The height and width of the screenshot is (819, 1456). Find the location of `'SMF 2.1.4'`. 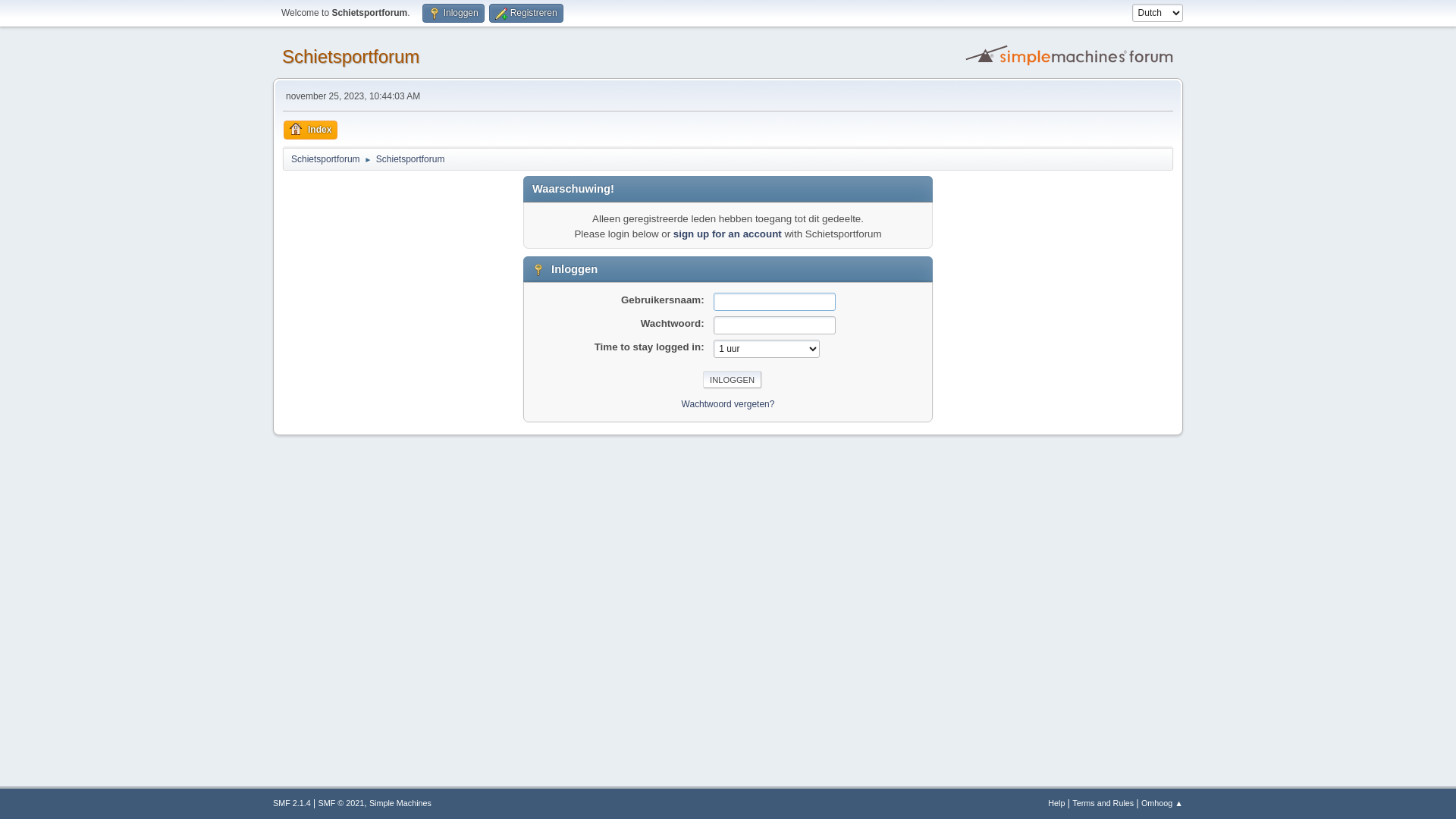

'SMF 2.1.4' is located at coordinates (273, 802).